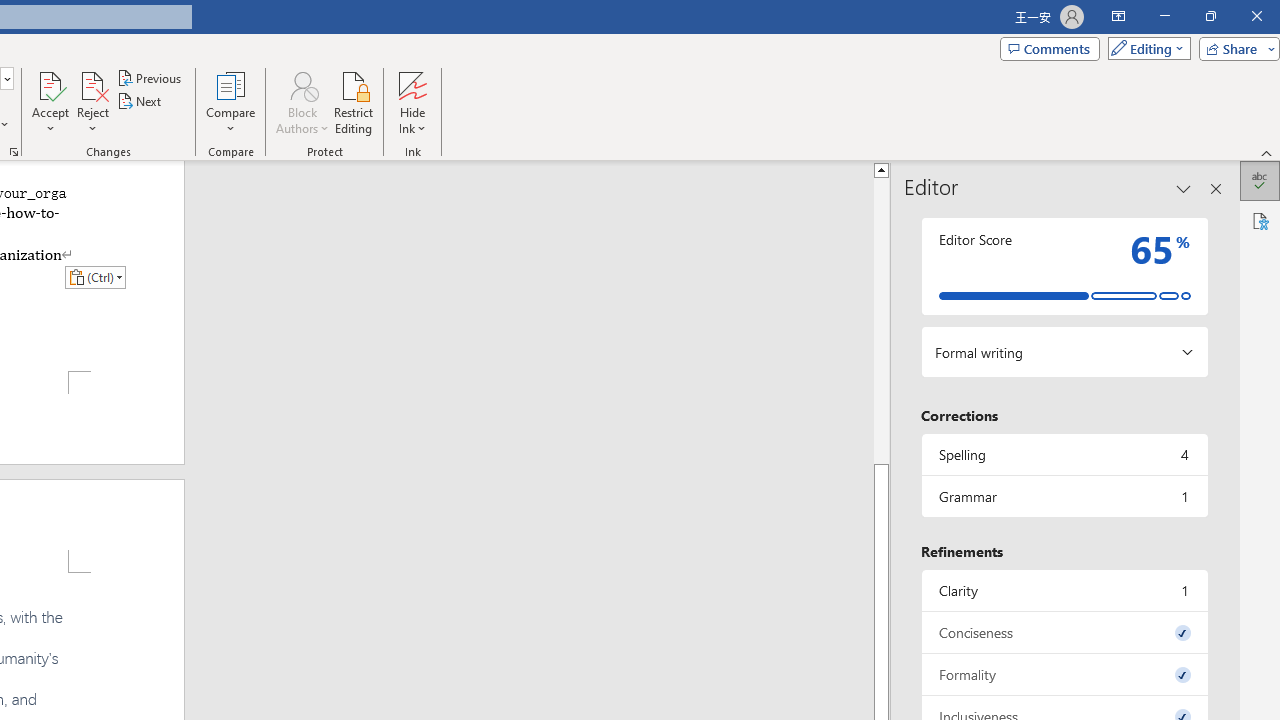 The height and width of the screenshot is (720, 1280). I want to click on 'Grammar, 1 issue. Press space or enter to review items.', so click(1063, 495).